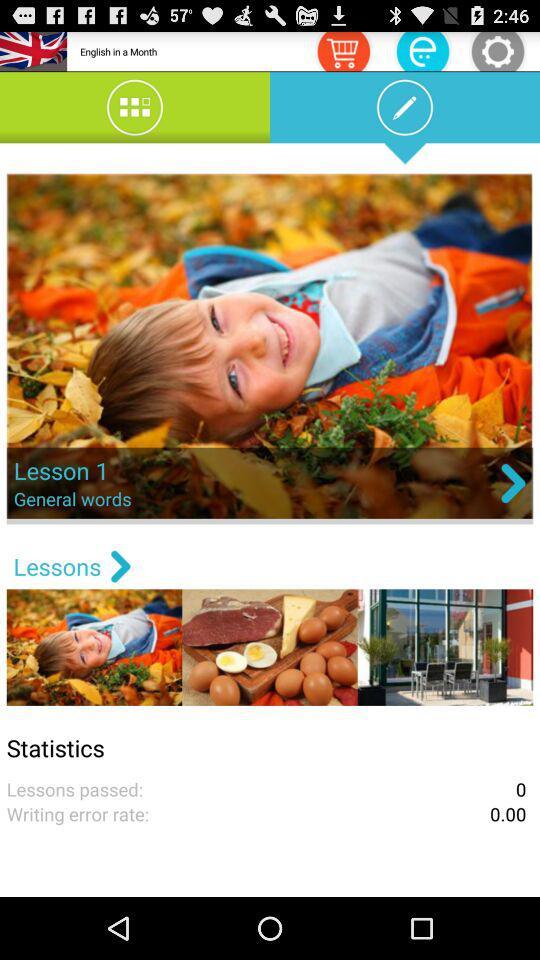 This screenshot has width=540, height=960. Describe the element at coordinates (270, 348) in the screenshot. I see `start first lesson` at that location.